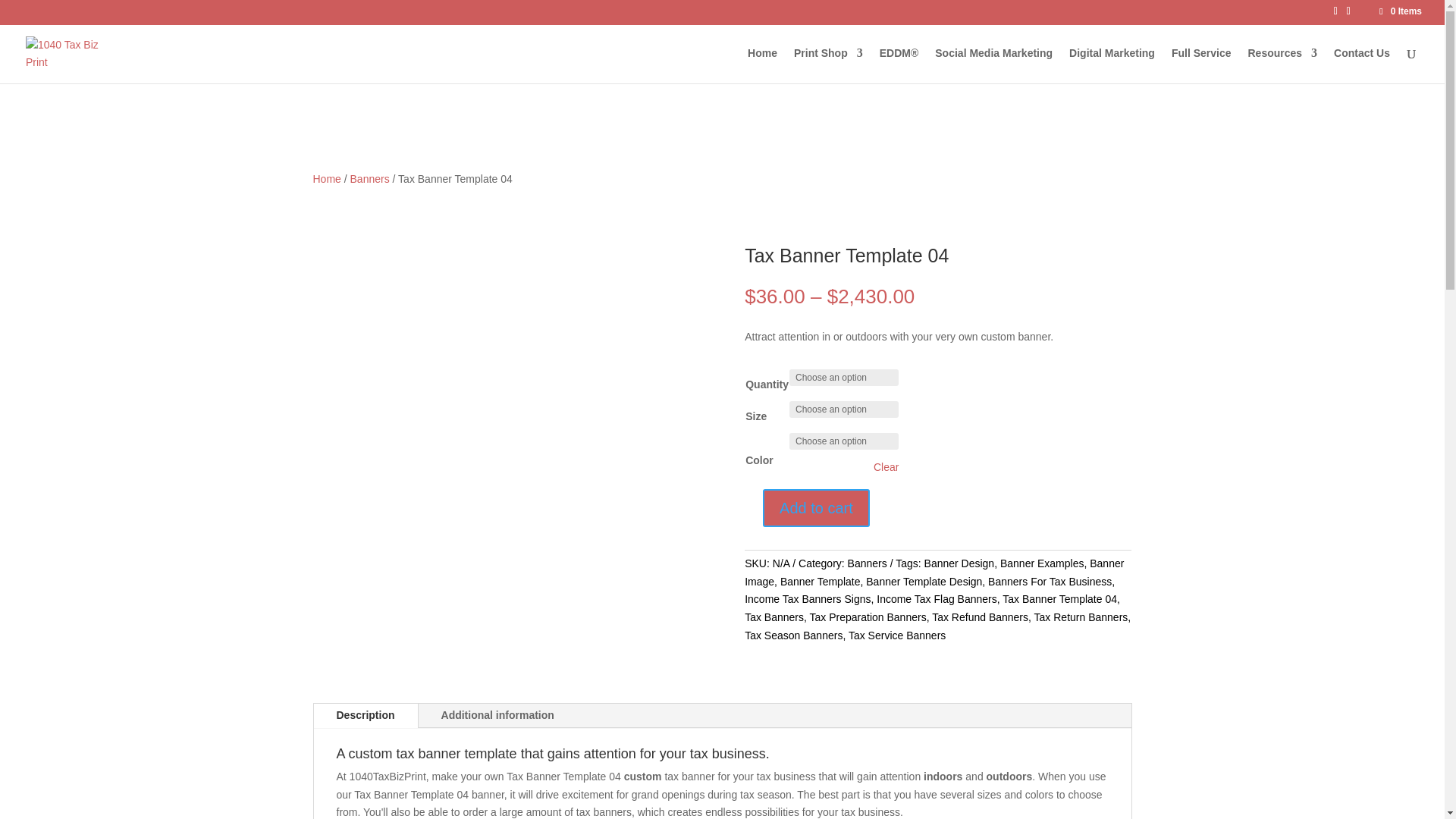  I want to click on 'Banner Image', so click(934, 573).